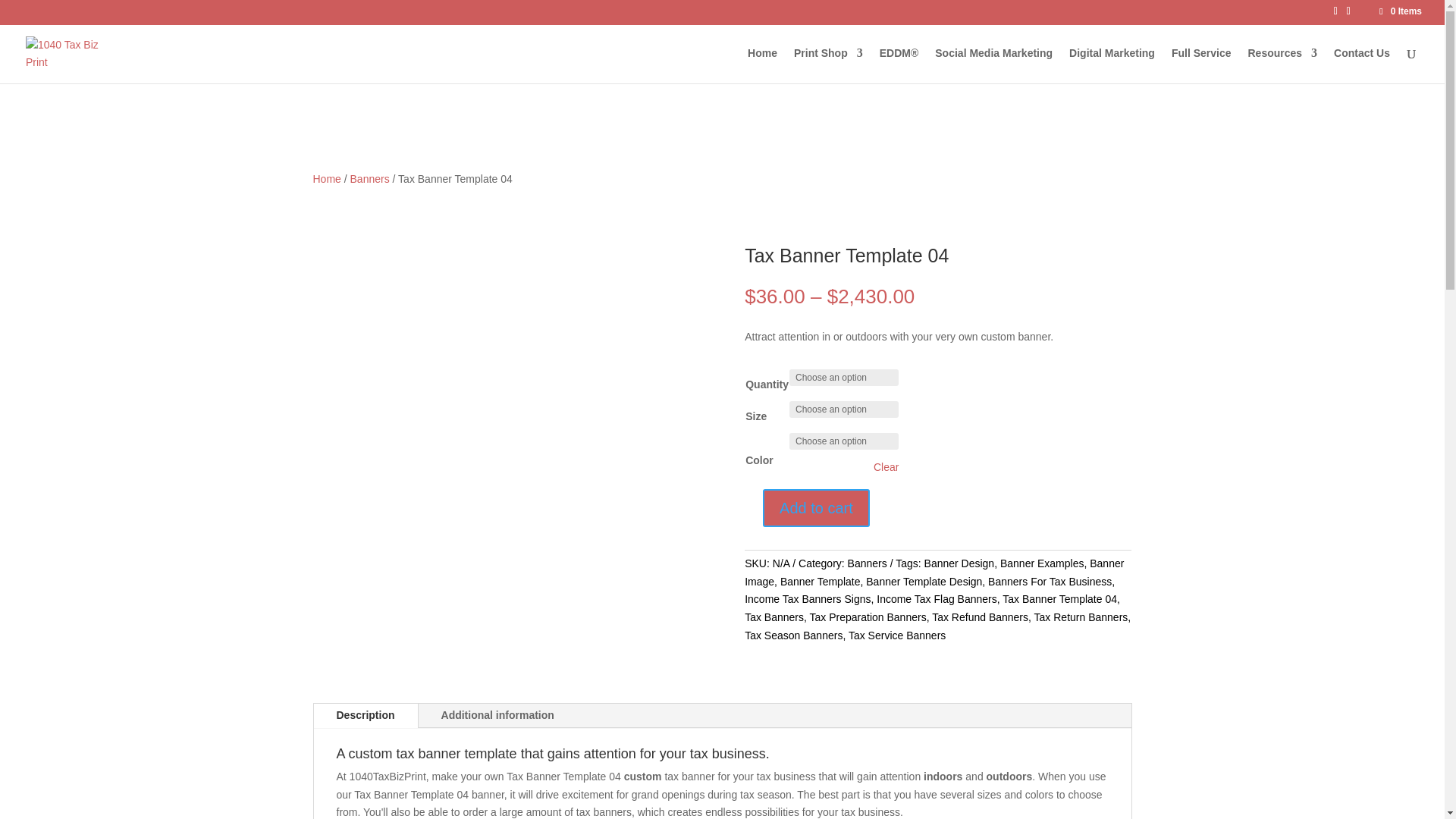  I want to click on 'Banner Image', so click(934, 573).